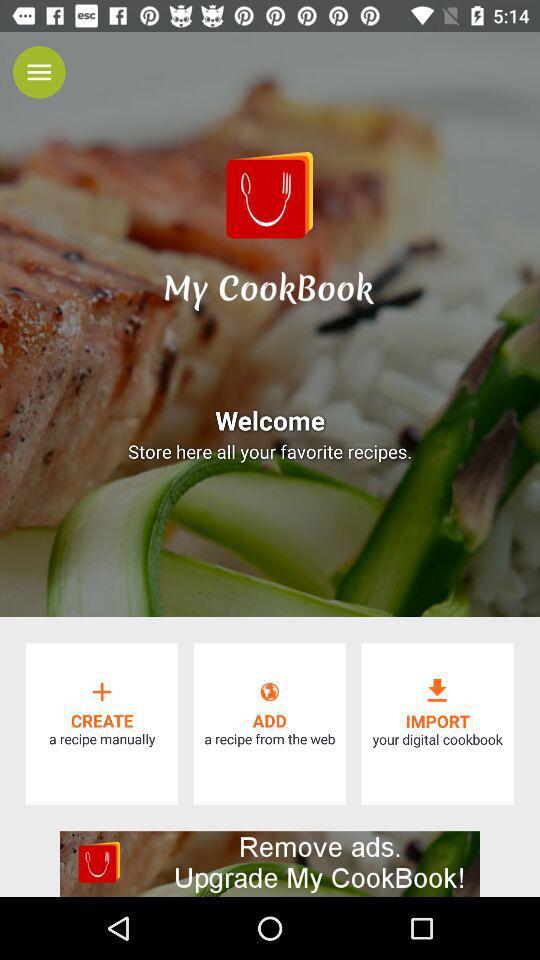 This screenshot has height=960, width=540. What do you see at coordinates (270, 863) in the screenshot?
I see `open advertisement` at bounding box center [270, 863].